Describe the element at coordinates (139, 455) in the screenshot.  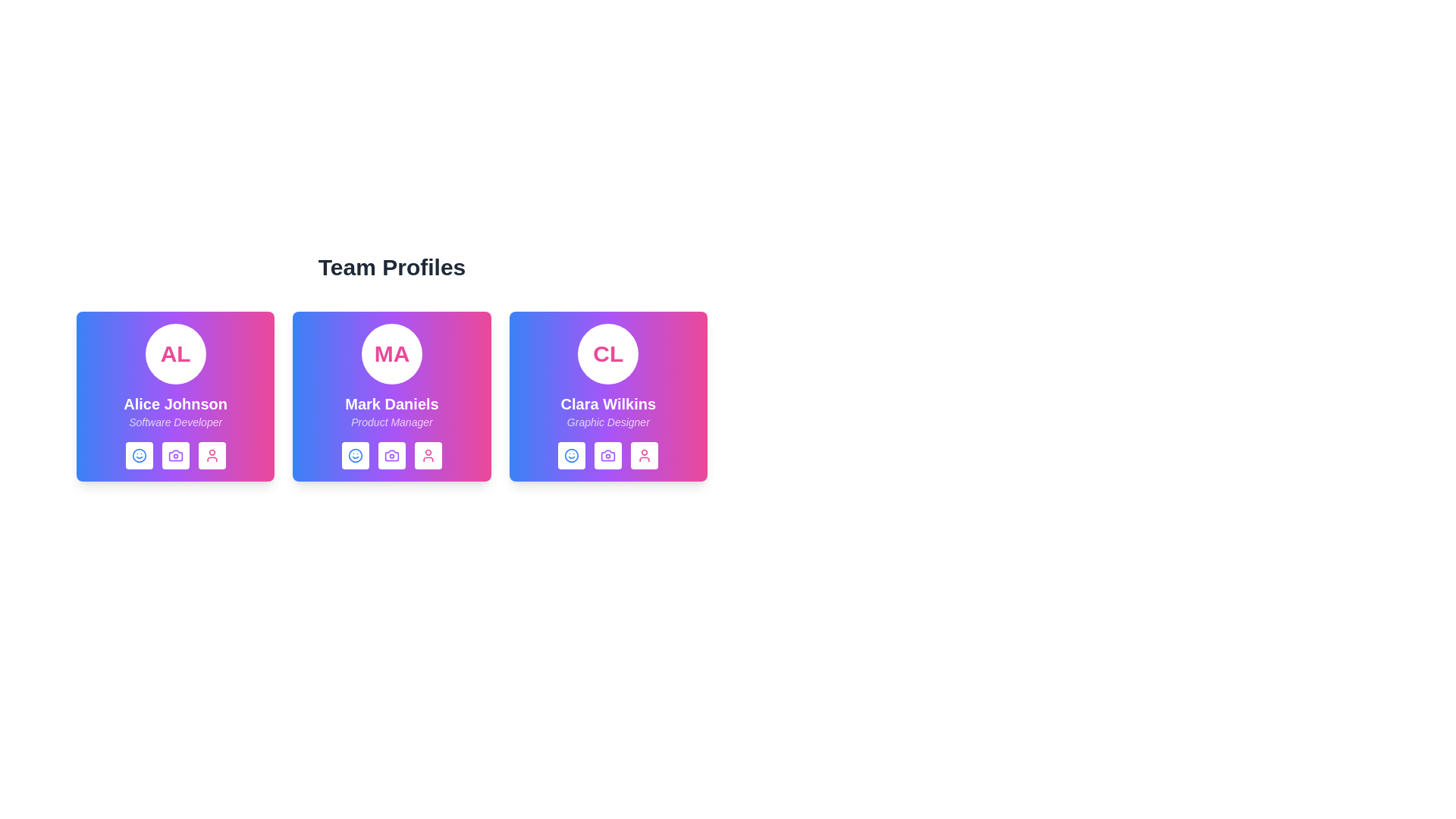
I see `the button with a rounded white background and blue smiley face icon, which is the first button in a horizontal group below the profile card of 'Alice Johnson - Software Developer'` at that location.